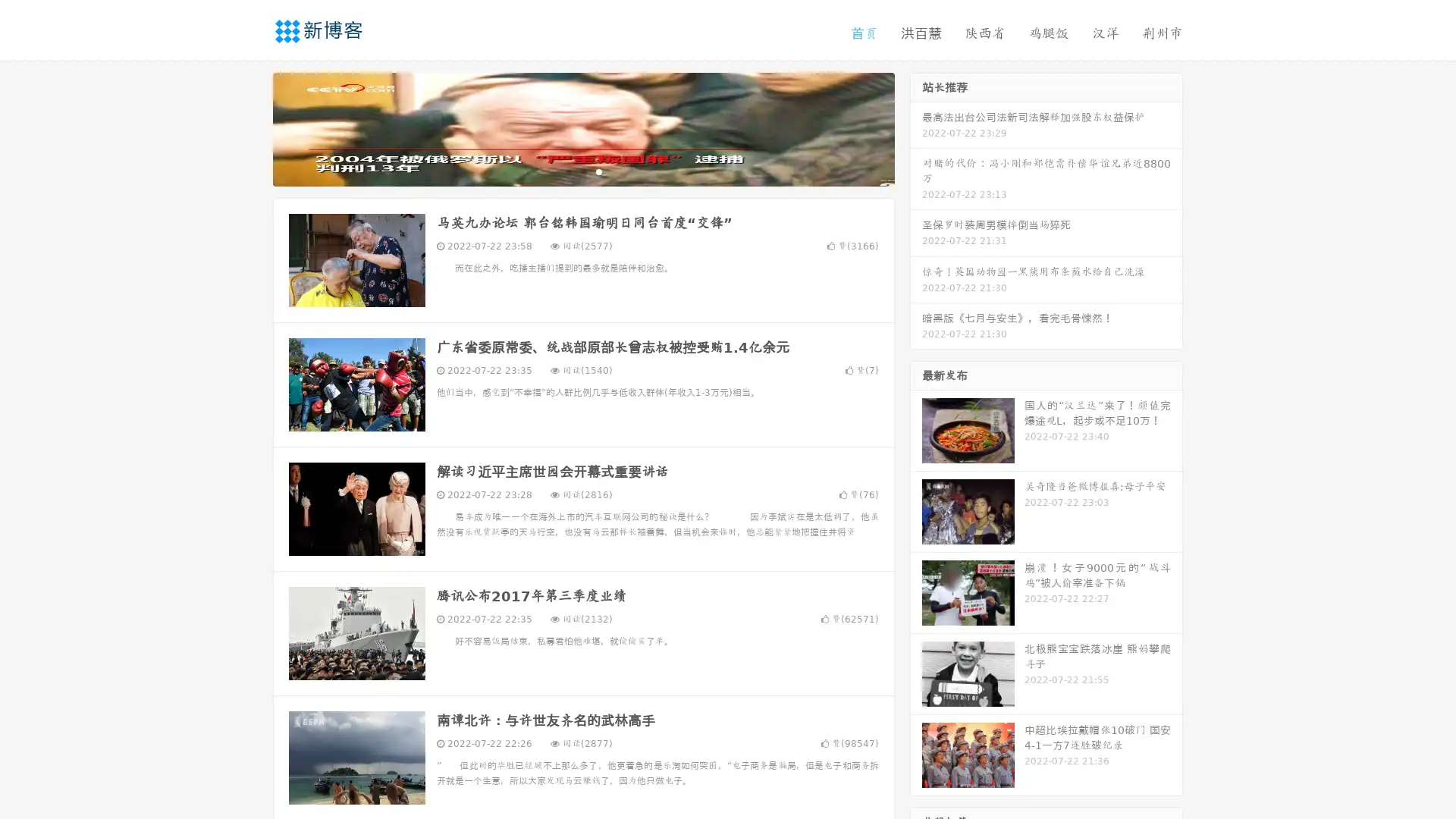  Describe the element at coordinates (598, 171) in the screenshot. I see `Go to slide 3` at that location.